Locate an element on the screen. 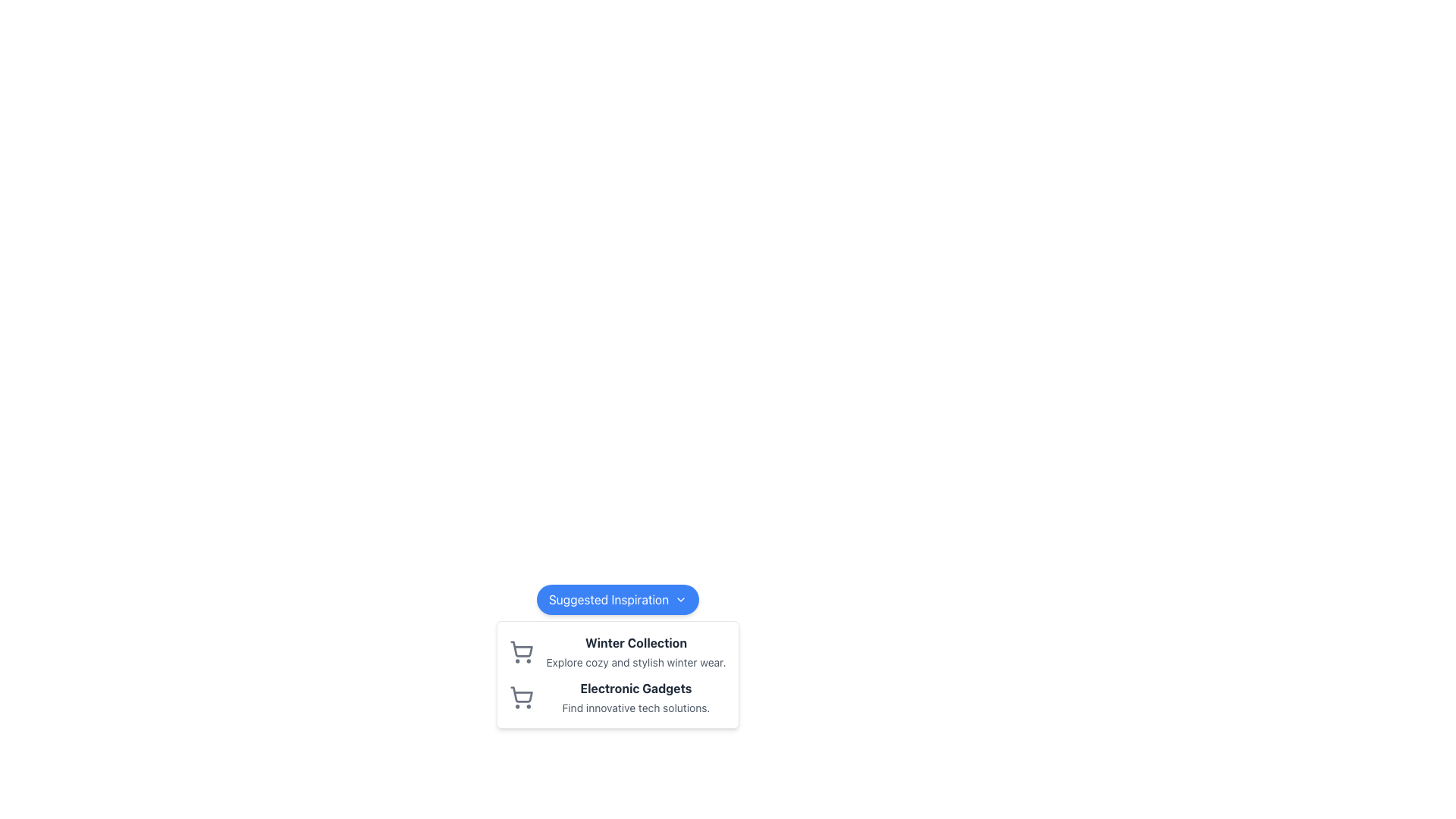 This screenshot has height=819, width=1456. the Composite element featuring a shopping cart icon and the title 'Electronic Gadgets' located below the 'Winter Collection' section is located at coordinates (618, 698).